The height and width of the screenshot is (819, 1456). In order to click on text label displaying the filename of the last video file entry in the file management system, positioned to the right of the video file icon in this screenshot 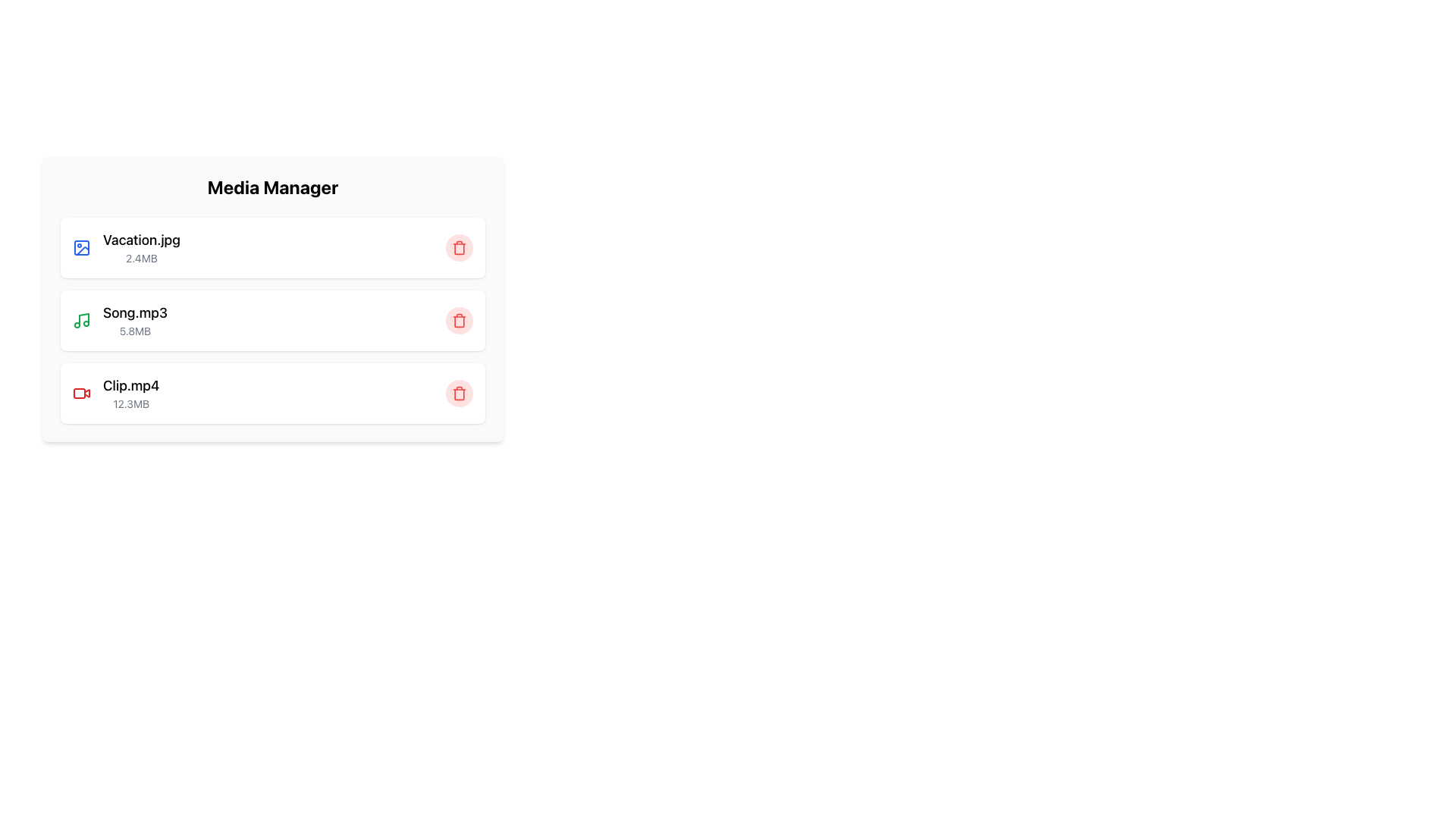, I will do `click(131, 385)`.